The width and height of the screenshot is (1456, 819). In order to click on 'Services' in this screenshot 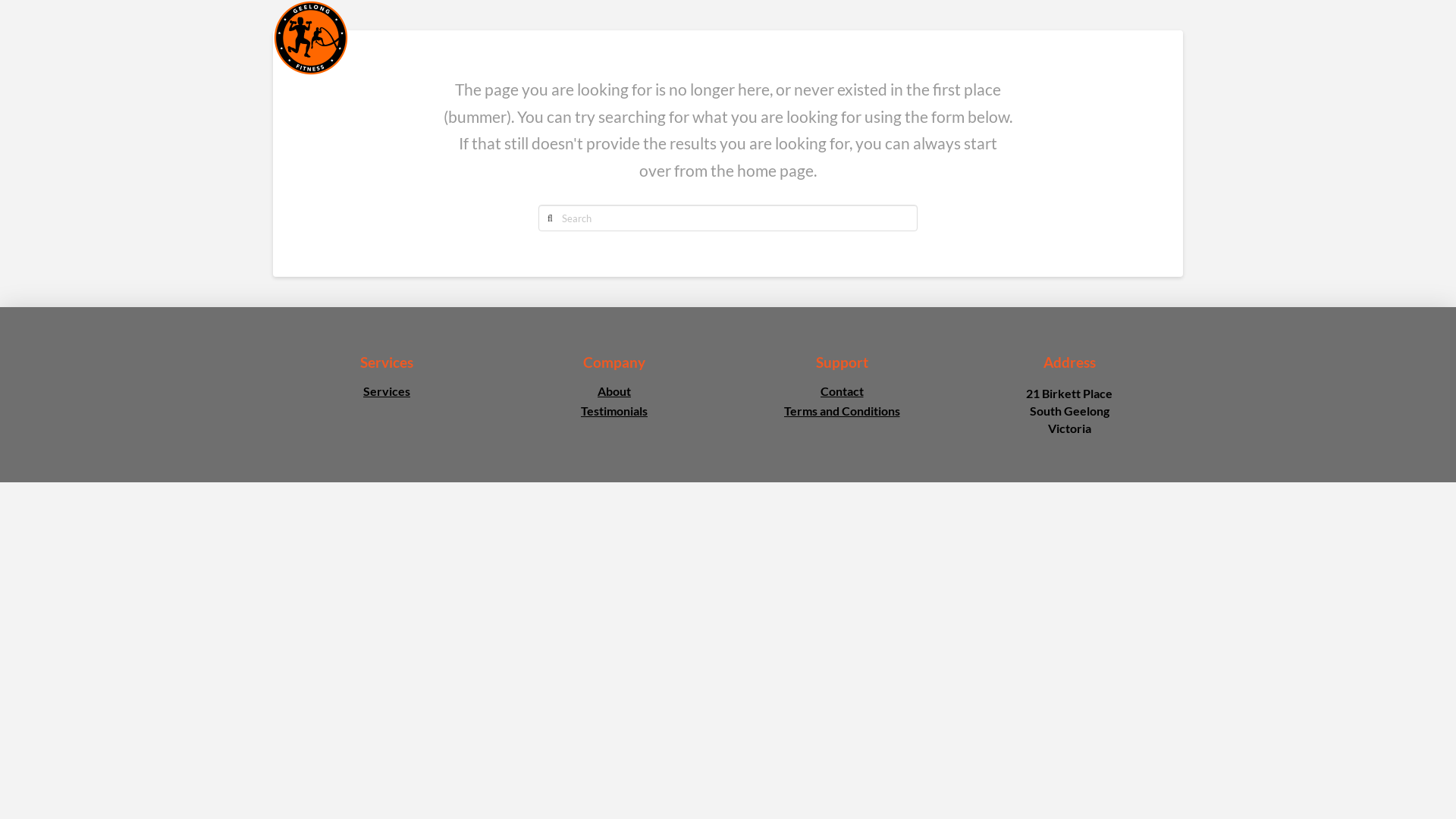, I will do `click(386, 394)`.